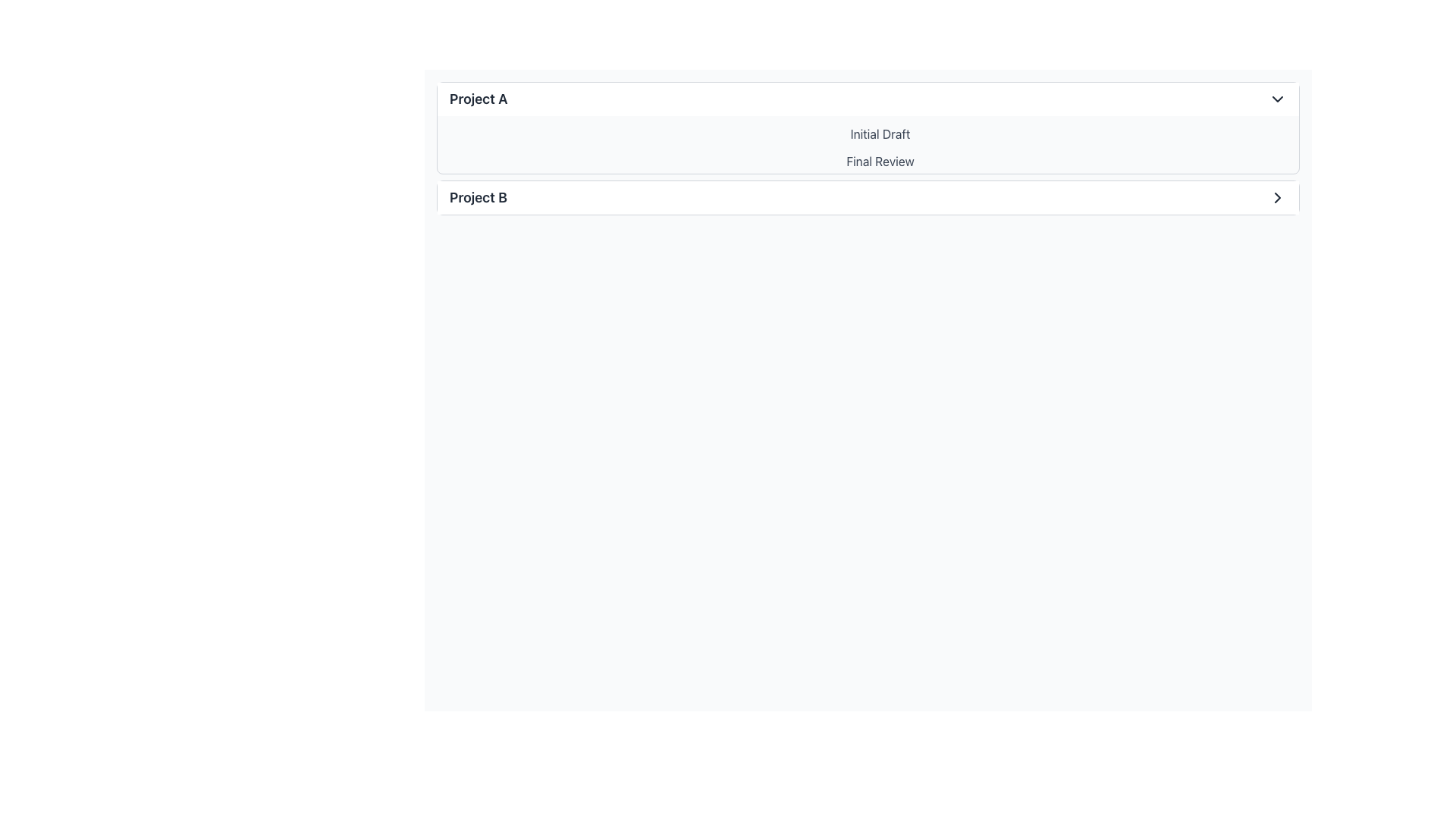 The width and height of the screenshot is (1456, 819). I want to click on the chevron icon located at the top-right corner of the 'Project B' listing, so click(1276, 197).